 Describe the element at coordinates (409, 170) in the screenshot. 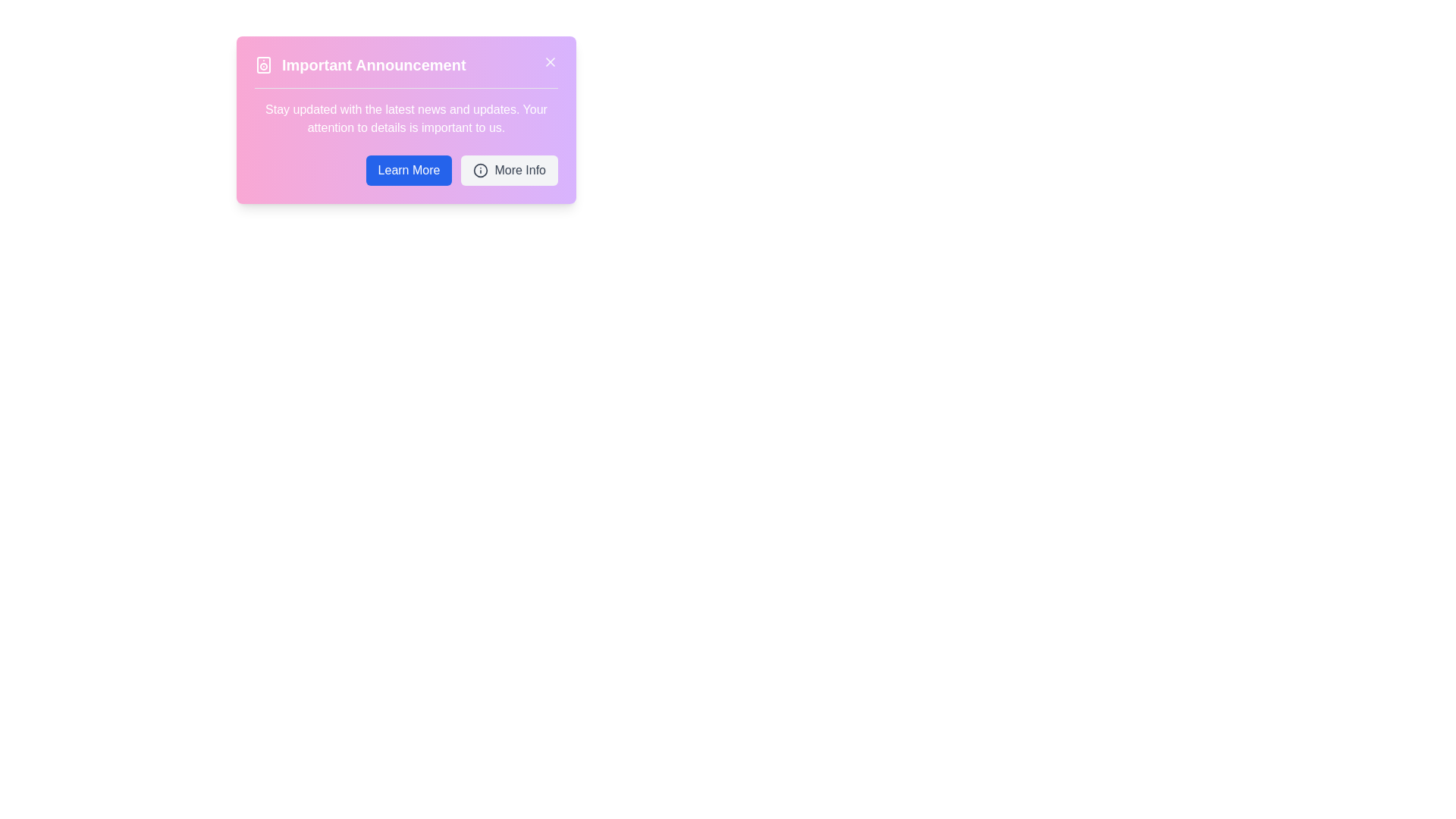

I see `the 'Learn More' button for keyboard interaction` at that location.